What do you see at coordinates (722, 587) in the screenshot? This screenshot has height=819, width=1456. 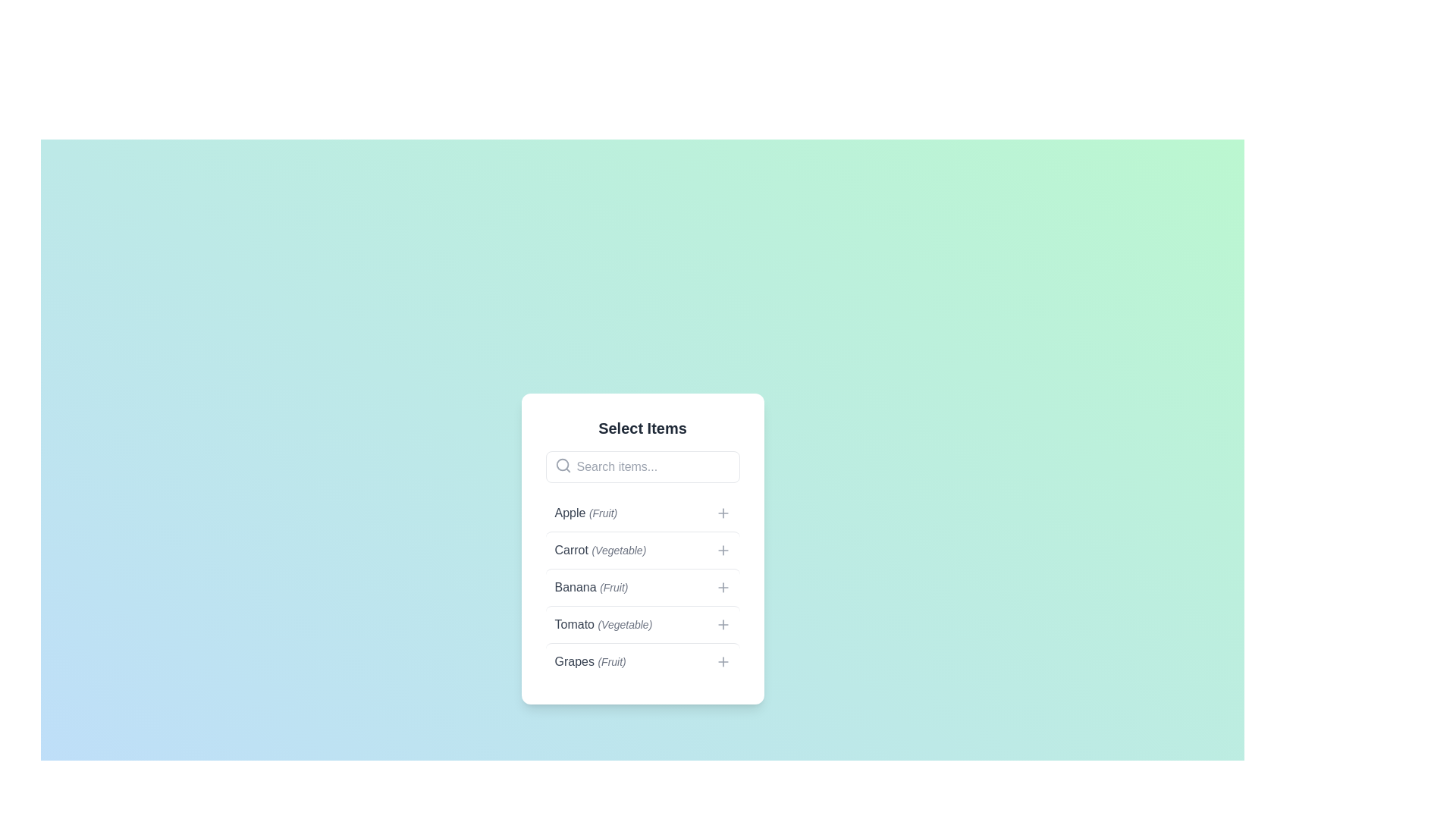 I see `the action trigger button located at the far right of the 'Banana (Fruit)' row` at bounding box center [722, 587].